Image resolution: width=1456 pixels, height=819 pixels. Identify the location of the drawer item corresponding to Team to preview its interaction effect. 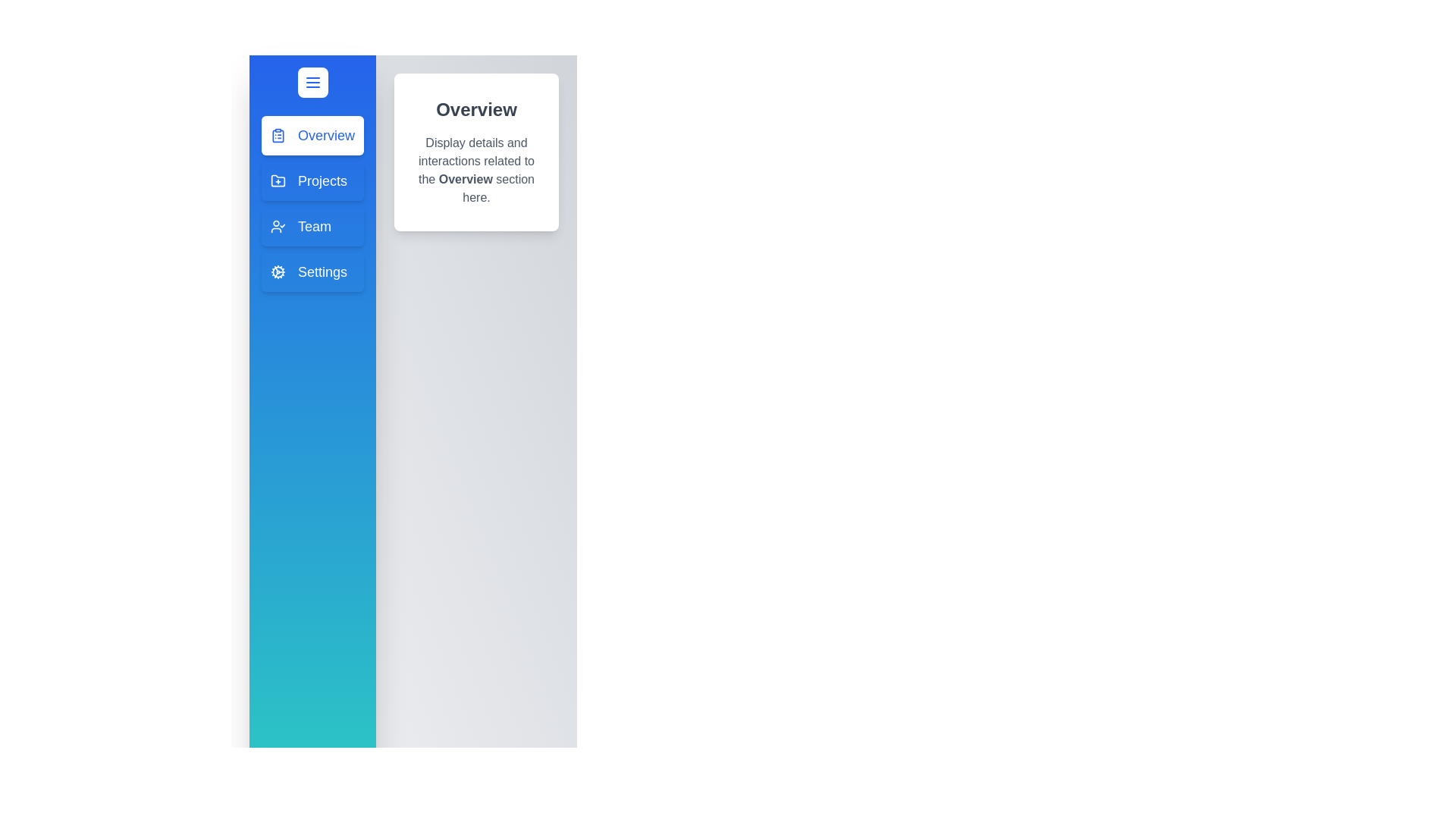
(312, 227).